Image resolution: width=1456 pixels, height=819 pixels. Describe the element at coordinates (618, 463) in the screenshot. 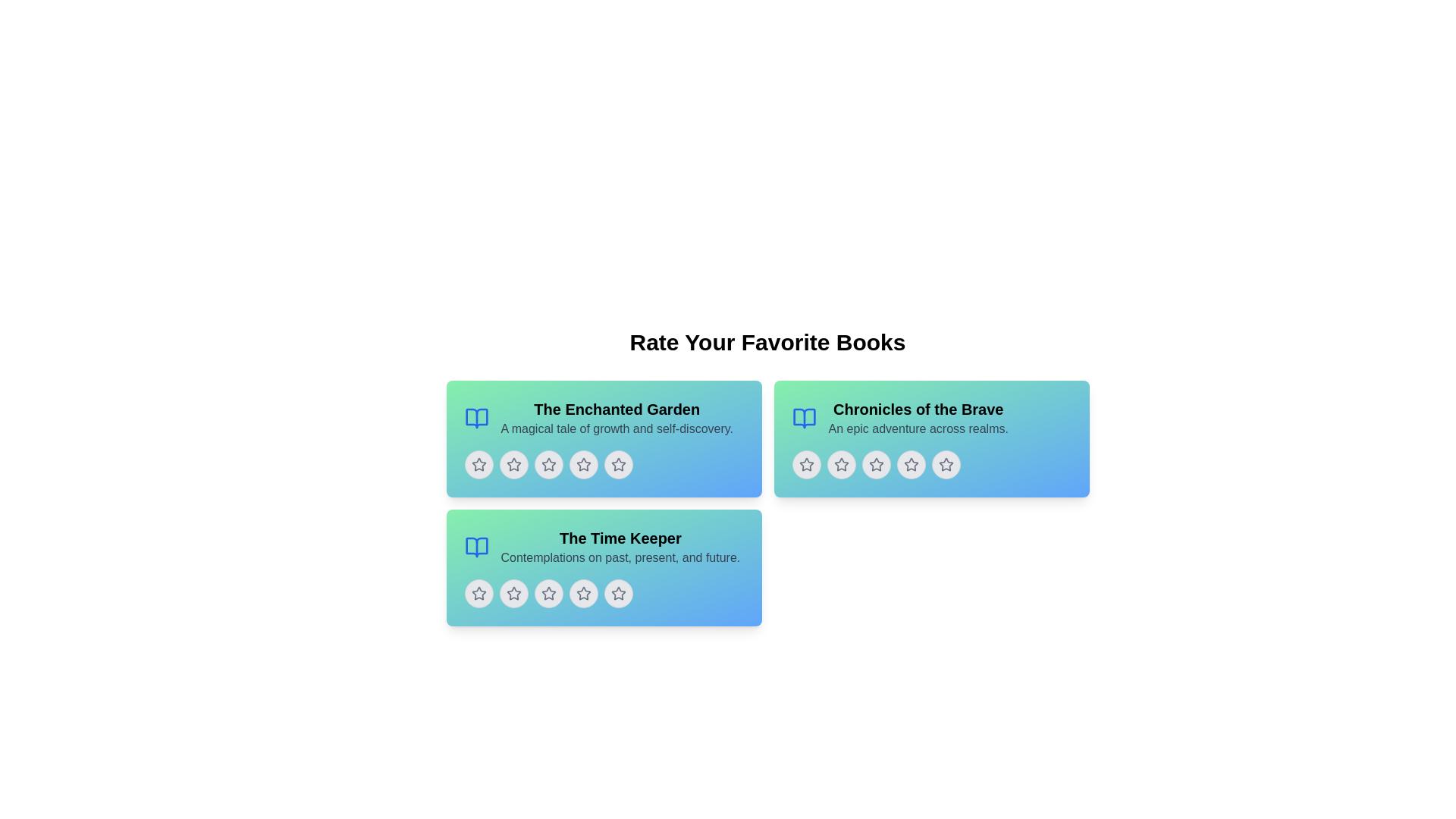

I see `the second star-shaped rating icon in the row of five stars located in the bottom section of the card titled 'The Enchanted Garden'` at that location.